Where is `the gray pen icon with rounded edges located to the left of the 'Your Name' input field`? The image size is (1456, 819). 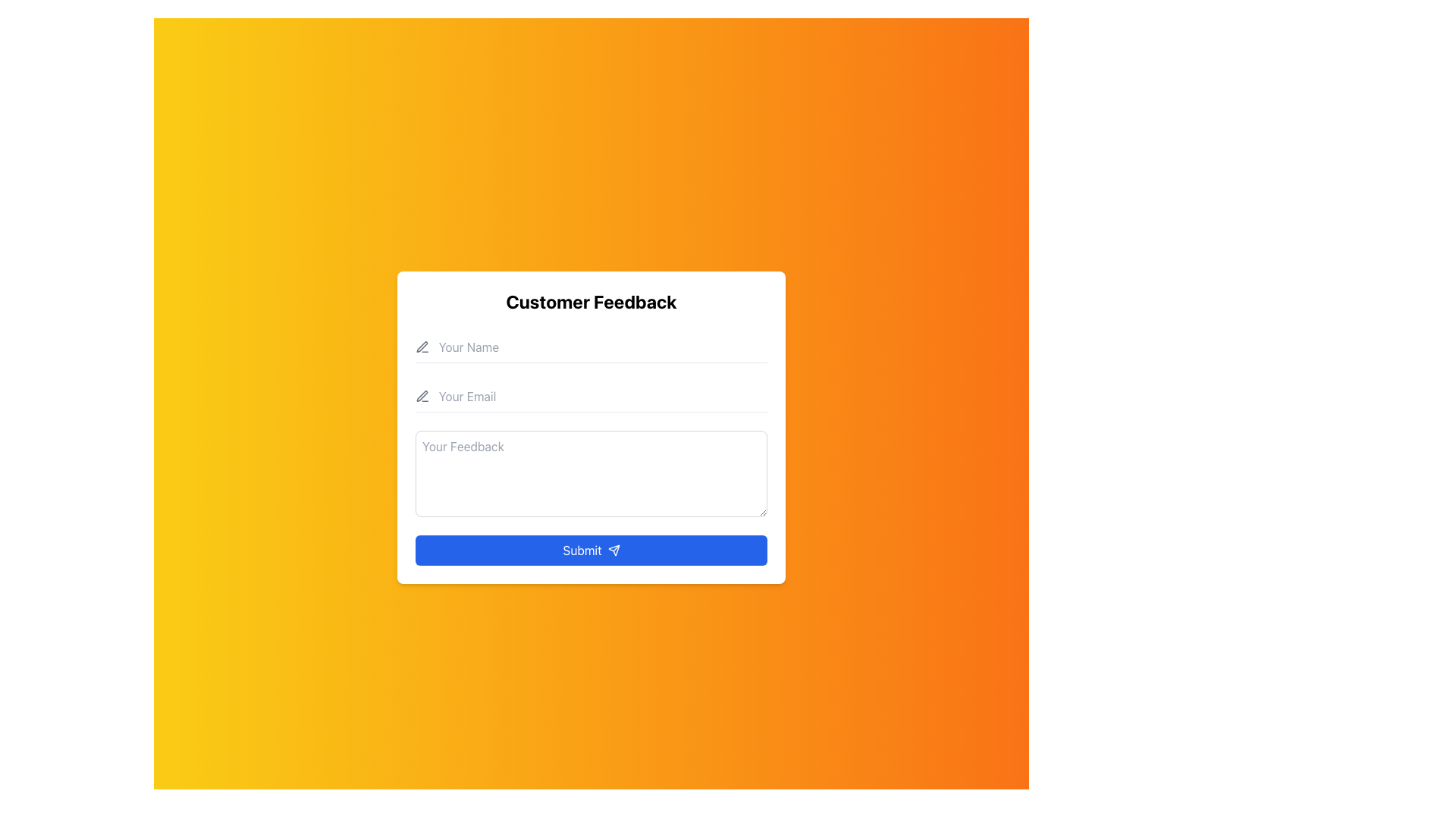 the gray pen icon with rounded edges located to the left of the 'Your Name' input field is located at coordinates (422, 347).